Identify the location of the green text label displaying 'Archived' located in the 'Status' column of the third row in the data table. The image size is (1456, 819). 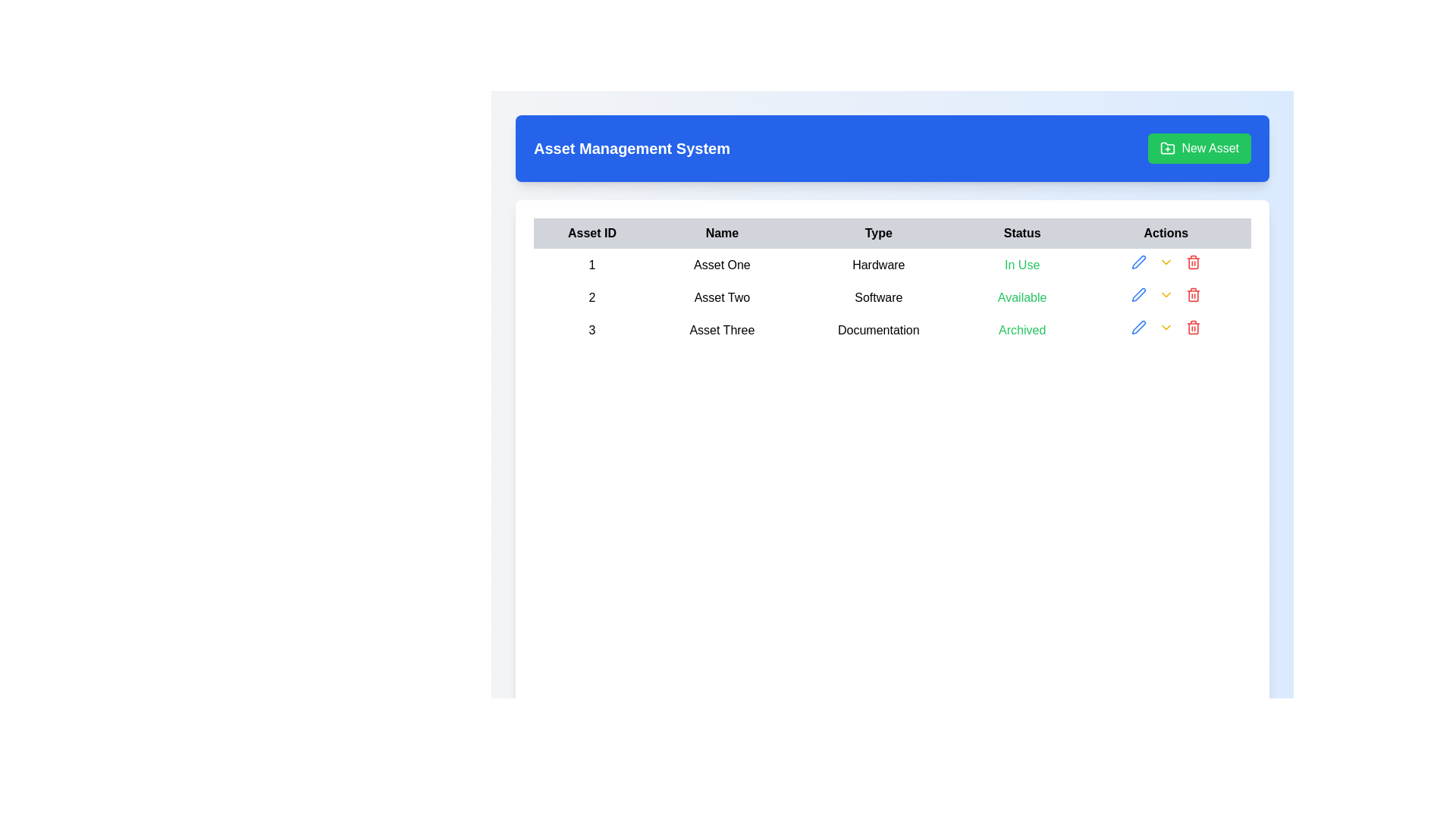
(1022, 329).